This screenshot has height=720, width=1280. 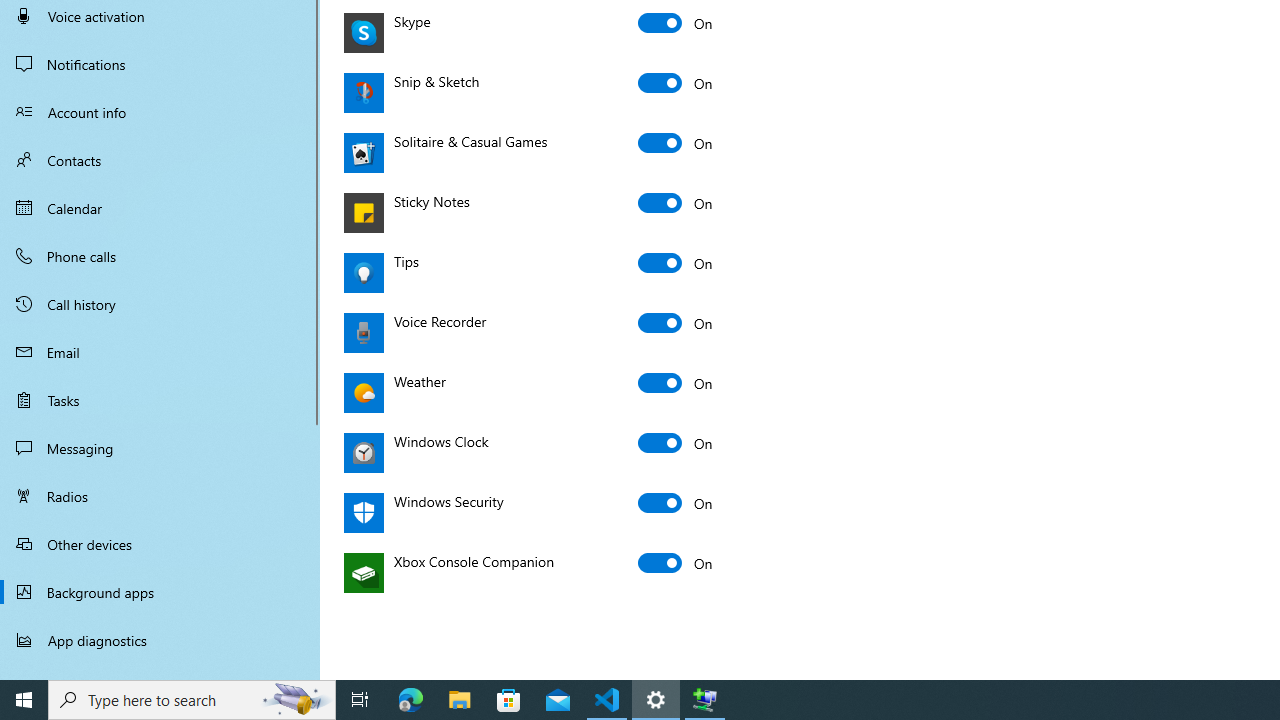 What do you see at coordinates (160, 447) in the screenshot?
I see `'Messaging'` at bounding box center [160, 447].